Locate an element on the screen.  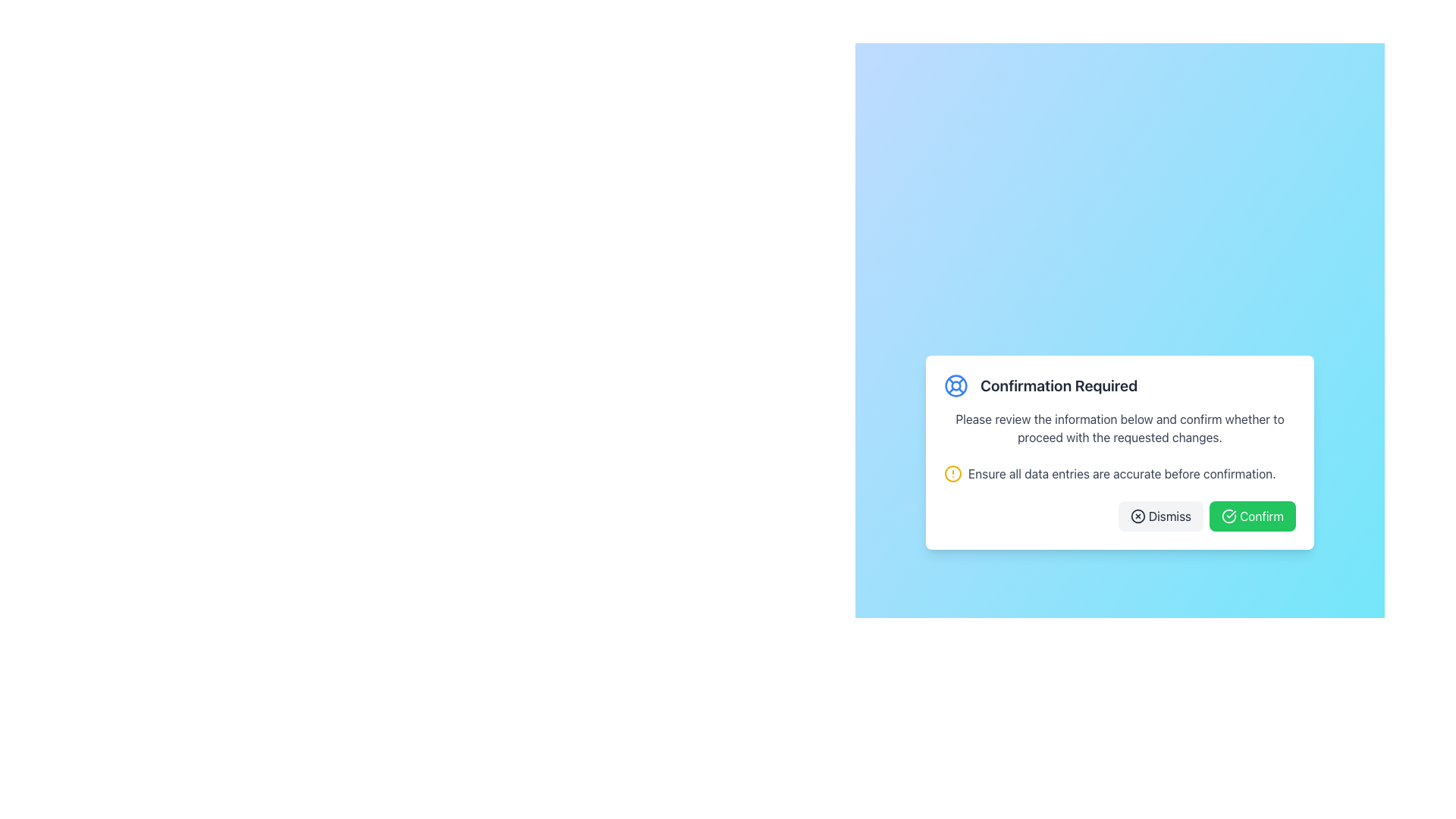
the 'Dismiss' button in the Button group located at the bottom of the modal is located at coordinates (1120, 516).